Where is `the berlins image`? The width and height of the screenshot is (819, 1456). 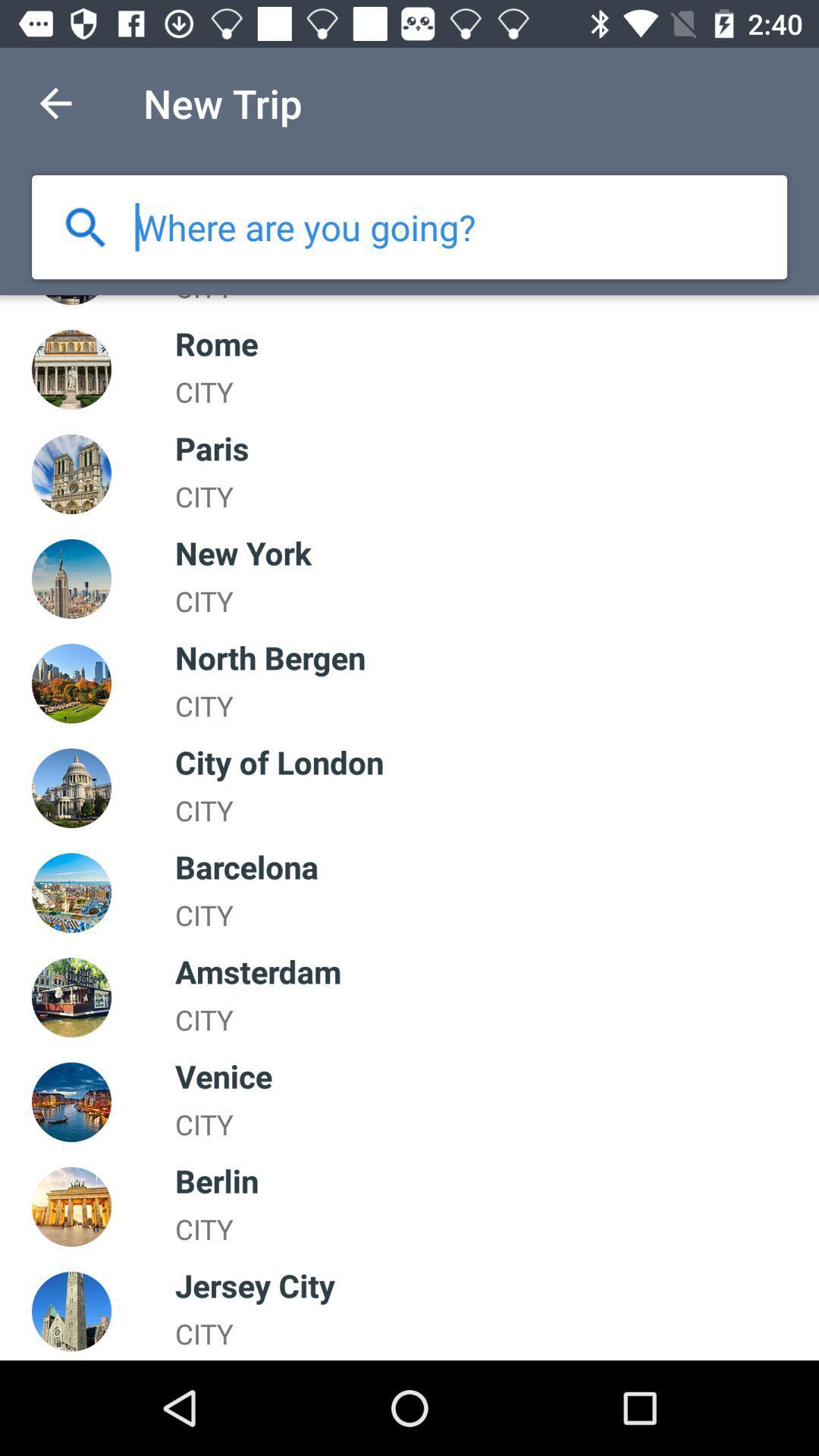
the berlins image is located at coordinates (71, 1206).